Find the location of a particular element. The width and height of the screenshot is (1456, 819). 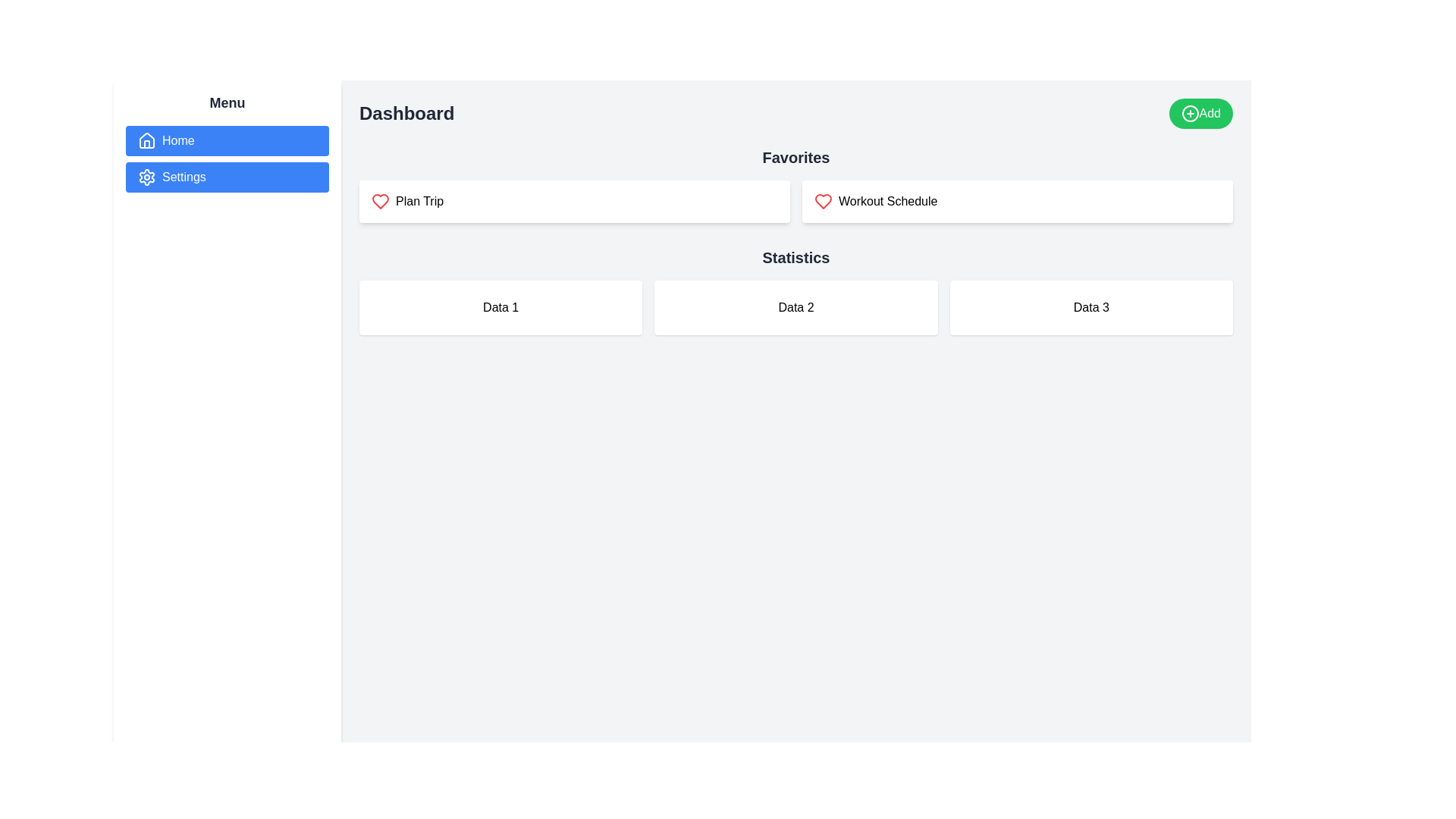

the header text located at the top of the left sidebar menu, which serves as the title for the menu section is located at coordinates (226, 102).